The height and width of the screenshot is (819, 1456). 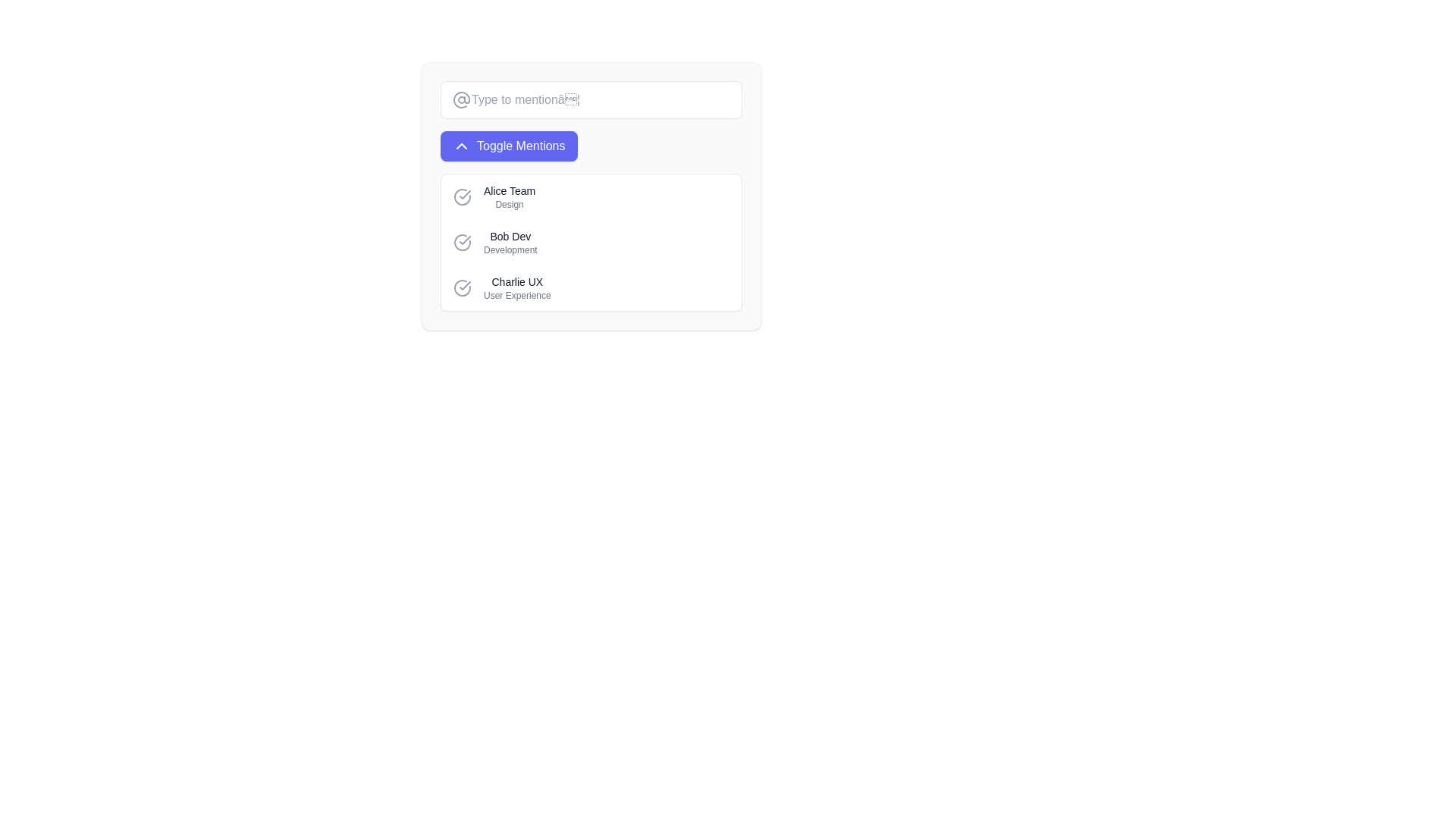 What do you see at coordinates (461, 146) in the screenshot?
I see `the upward-pointing chevron icon located on the left side of the 'Toggle Mentions' button` at bounding box center [461, 146].